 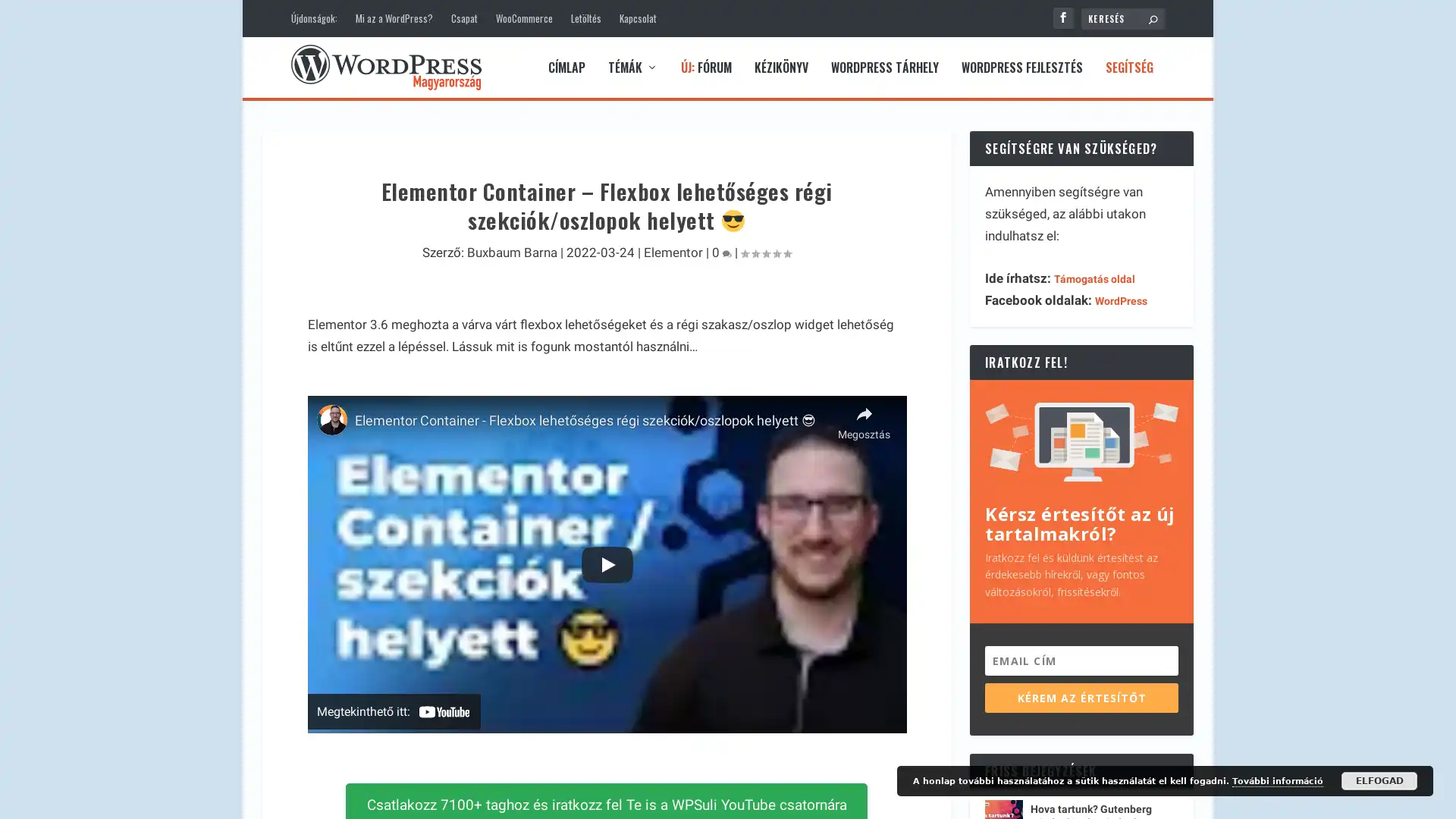 I want to click on ELFOGAD, so click(x=1379, y=780).